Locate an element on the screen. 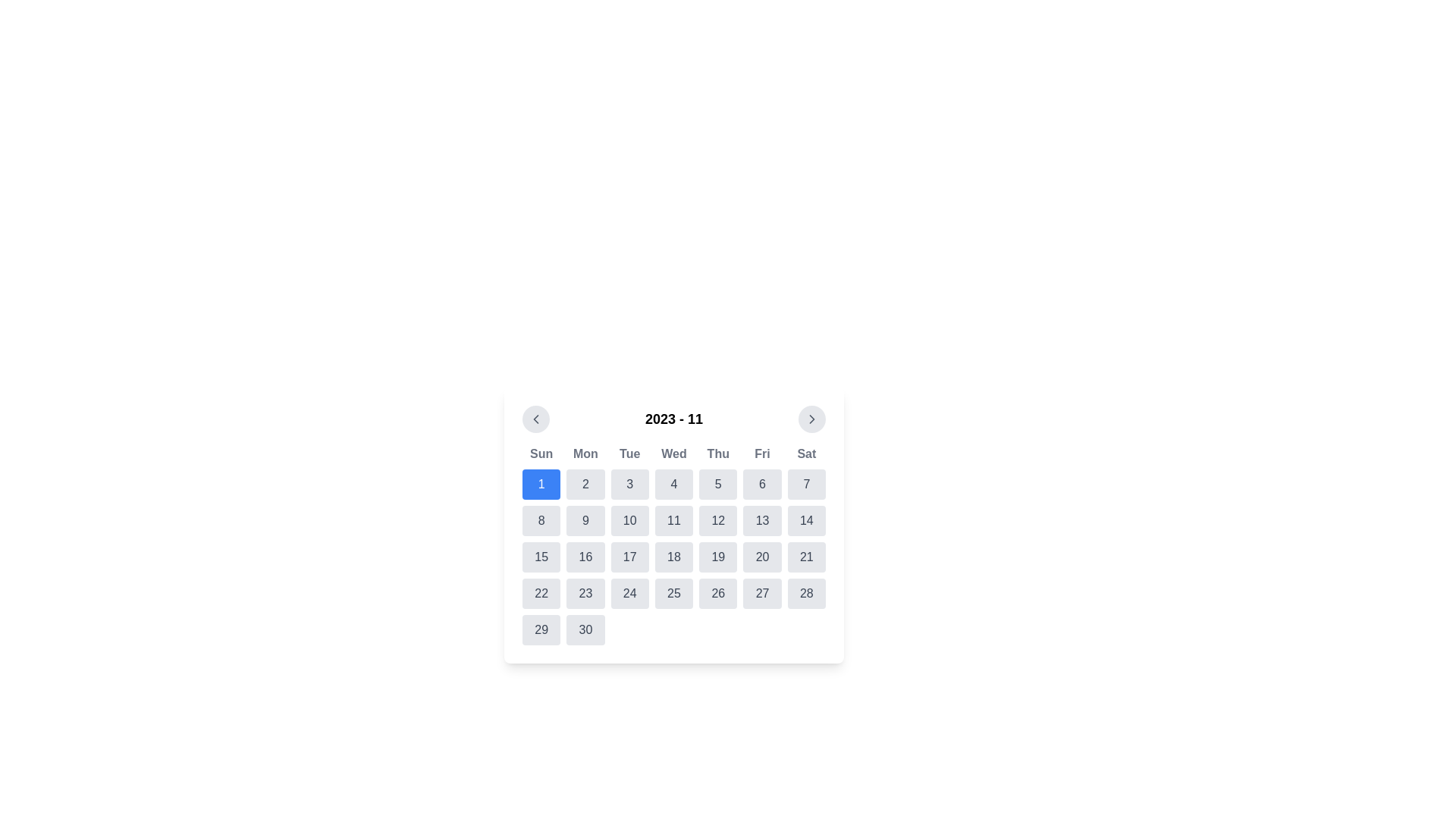  the rounded rectangular button with light gray background and text '21' is located at coordinates (805, 557).